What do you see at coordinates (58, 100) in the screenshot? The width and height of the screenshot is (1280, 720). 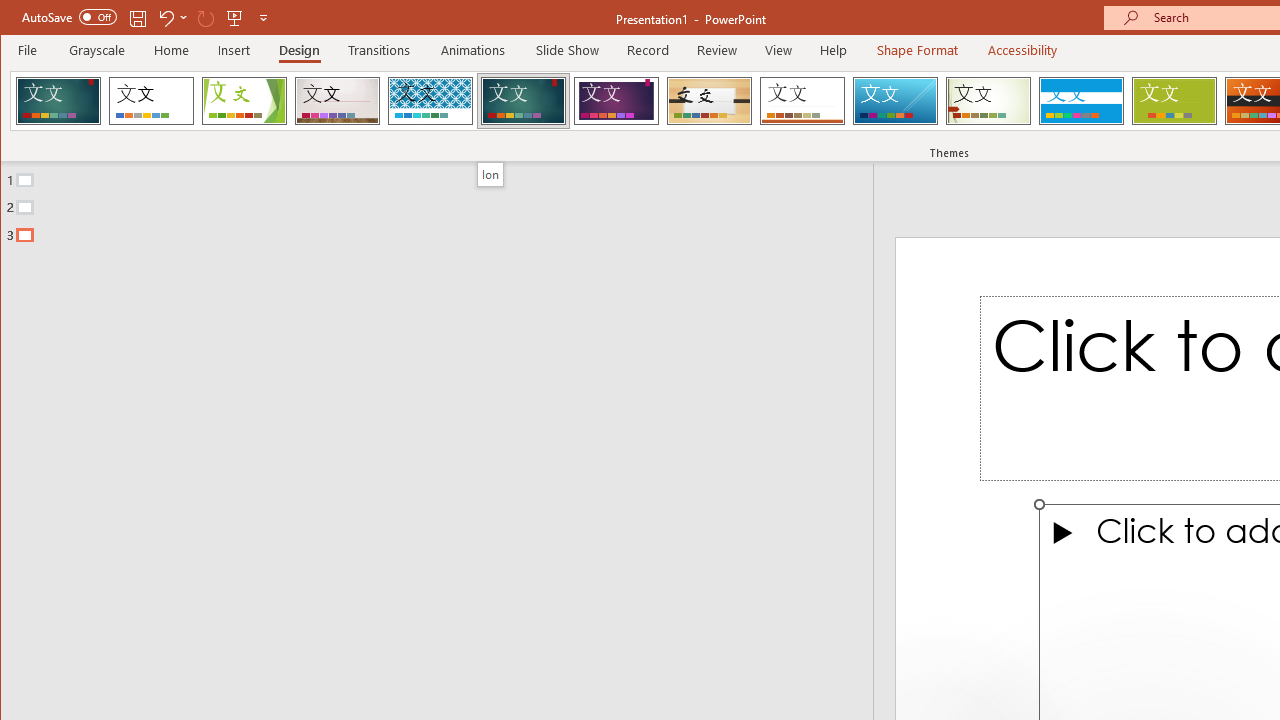 I see `'Dividend'` at bounding box center [58, 100].